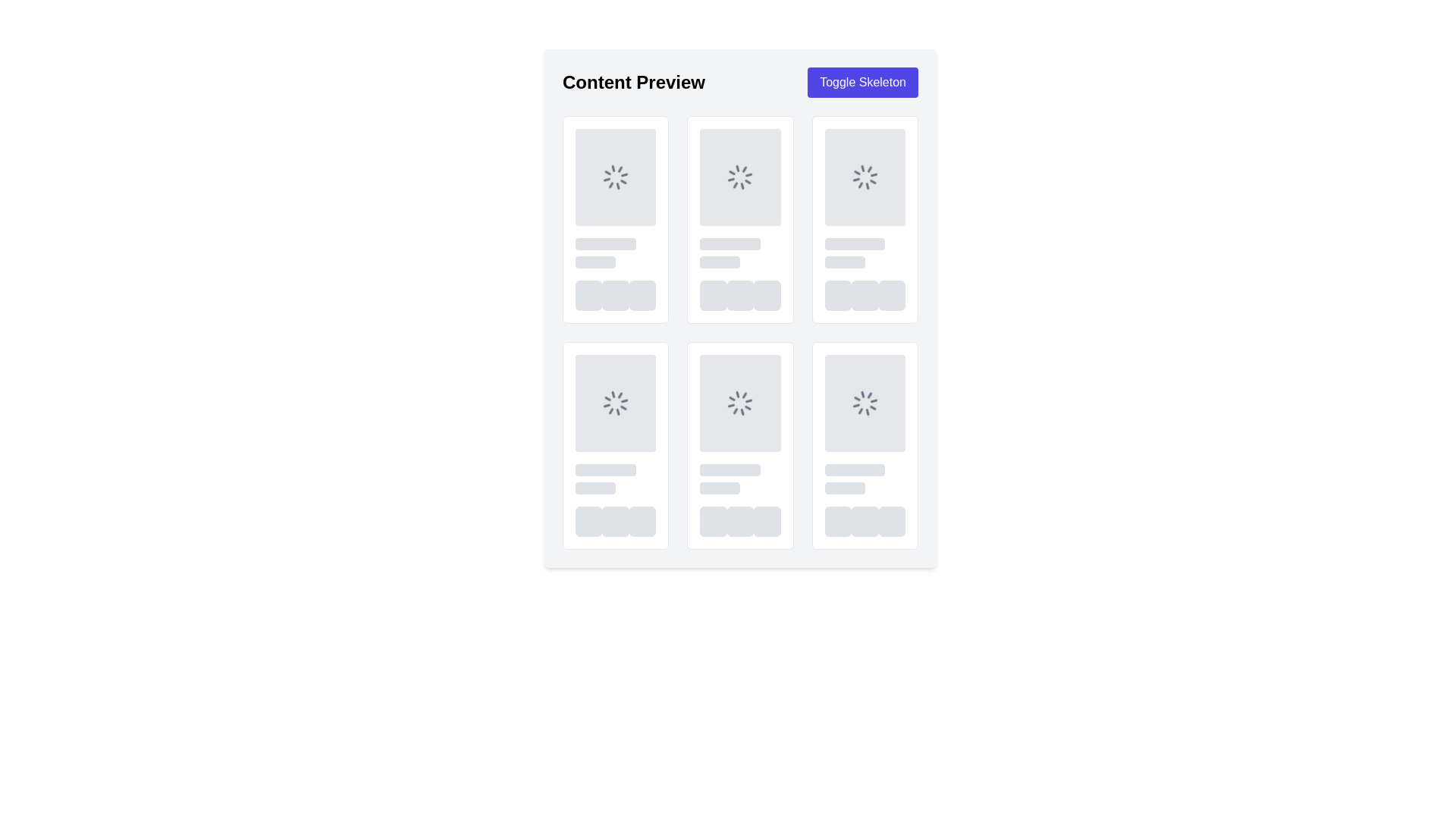 The image size is (1456, 819). I want to click on the animation of the first placeholder element which is visually styled and serves as a dynamic loading feature, positioned in the bottom-right grid cell of the interface, so click(837, 520).